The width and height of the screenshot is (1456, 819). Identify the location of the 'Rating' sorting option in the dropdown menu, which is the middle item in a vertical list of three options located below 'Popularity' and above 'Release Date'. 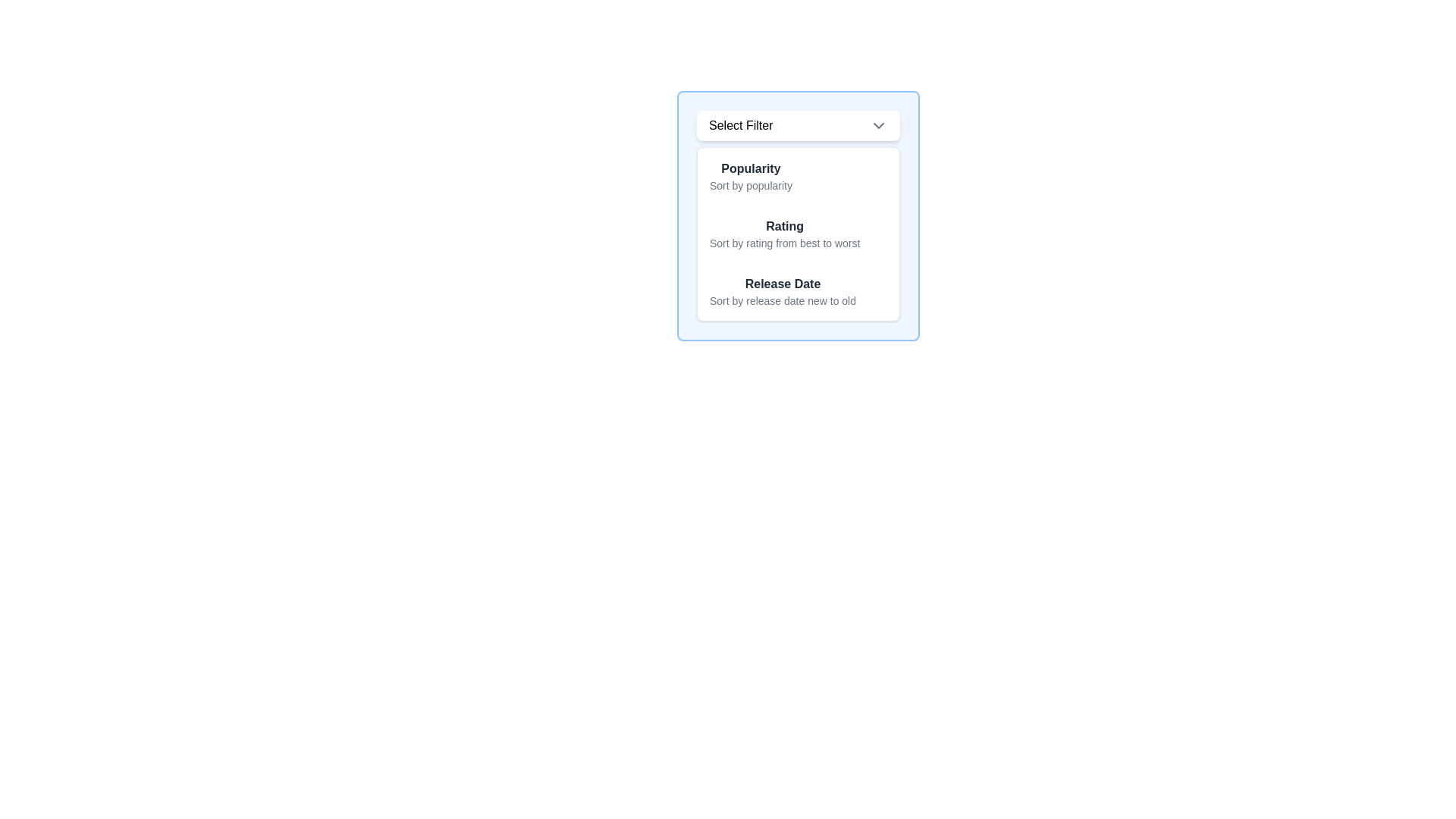
(797, 234).